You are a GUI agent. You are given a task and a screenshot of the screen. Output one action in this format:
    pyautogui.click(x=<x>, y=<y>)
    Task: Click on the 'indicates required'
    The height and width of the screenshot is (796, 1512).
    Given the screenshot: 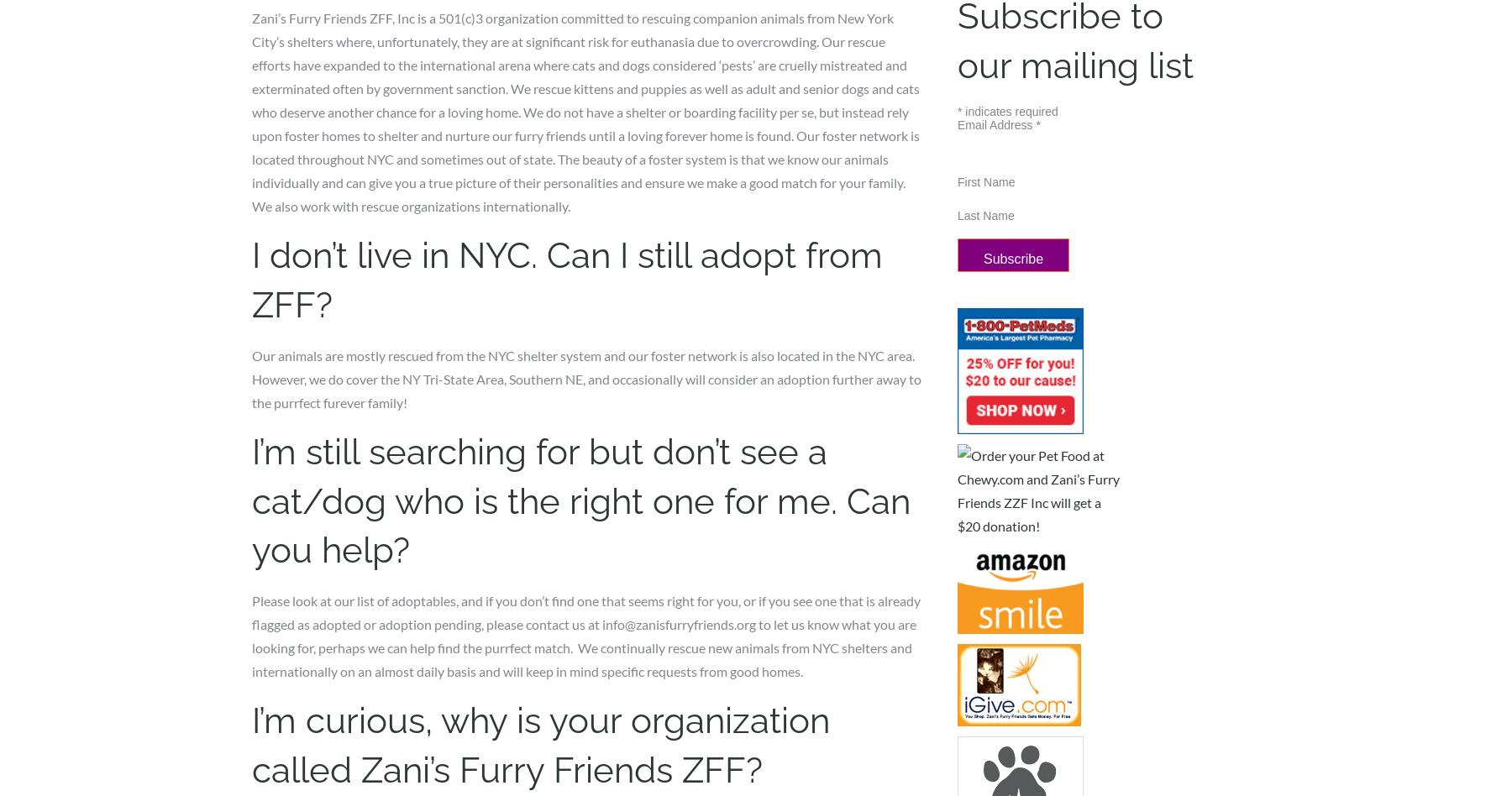 What is the action you would take?
    pyautogui.click(x=1009, y=109)
    